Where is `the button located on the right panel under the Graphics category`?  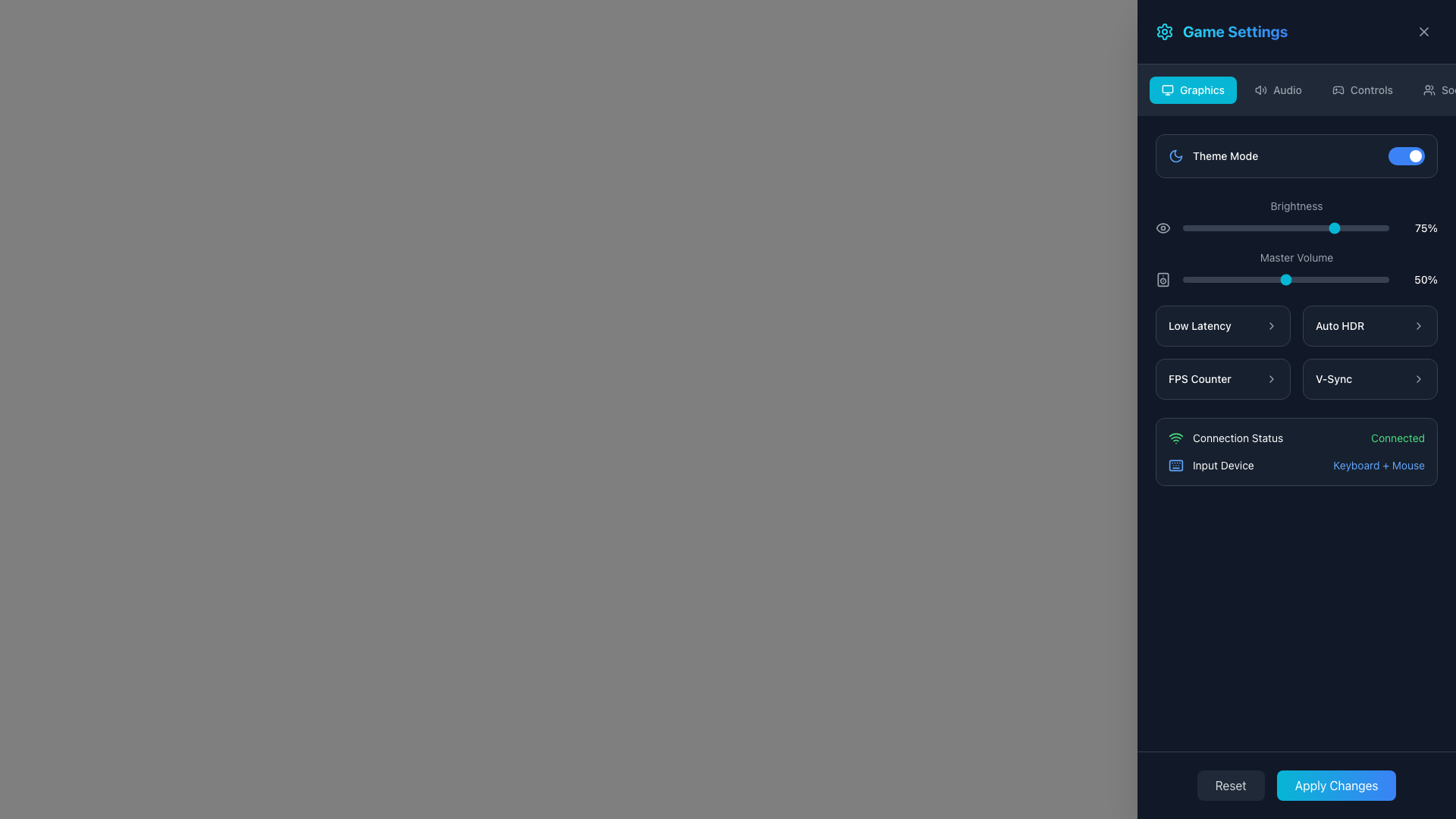 the button located on the right panel under the Graphics category is located at coordinates (1222, 378).